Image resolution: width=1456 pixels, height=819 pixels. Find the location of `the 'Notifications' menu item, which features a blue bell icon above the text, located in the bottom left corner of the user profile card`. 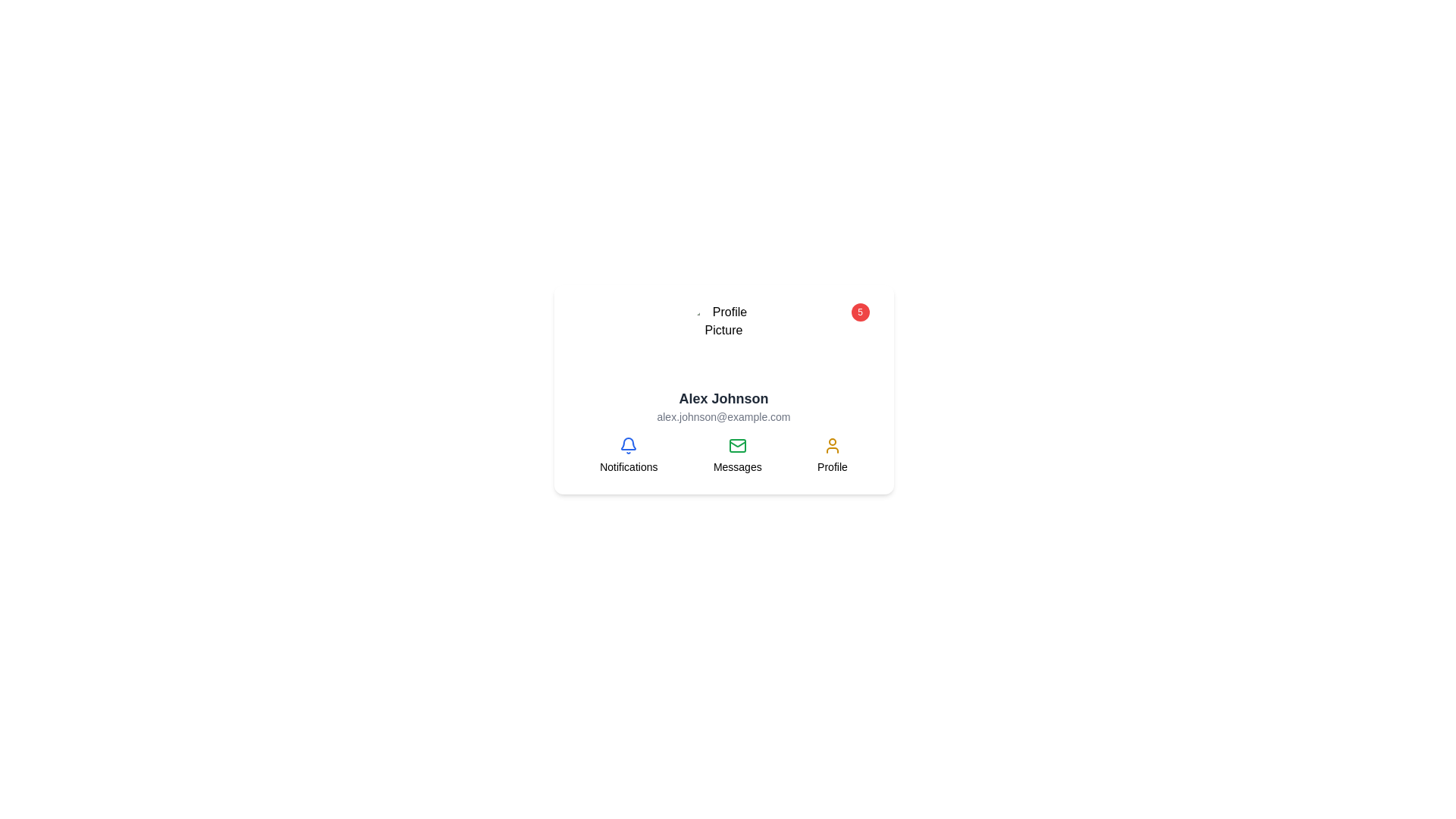

the 'Notifications' menu item, which features a blue bell icon above the text, located in the bottom left corner of the user profile card is located at coordinates (629, 455).